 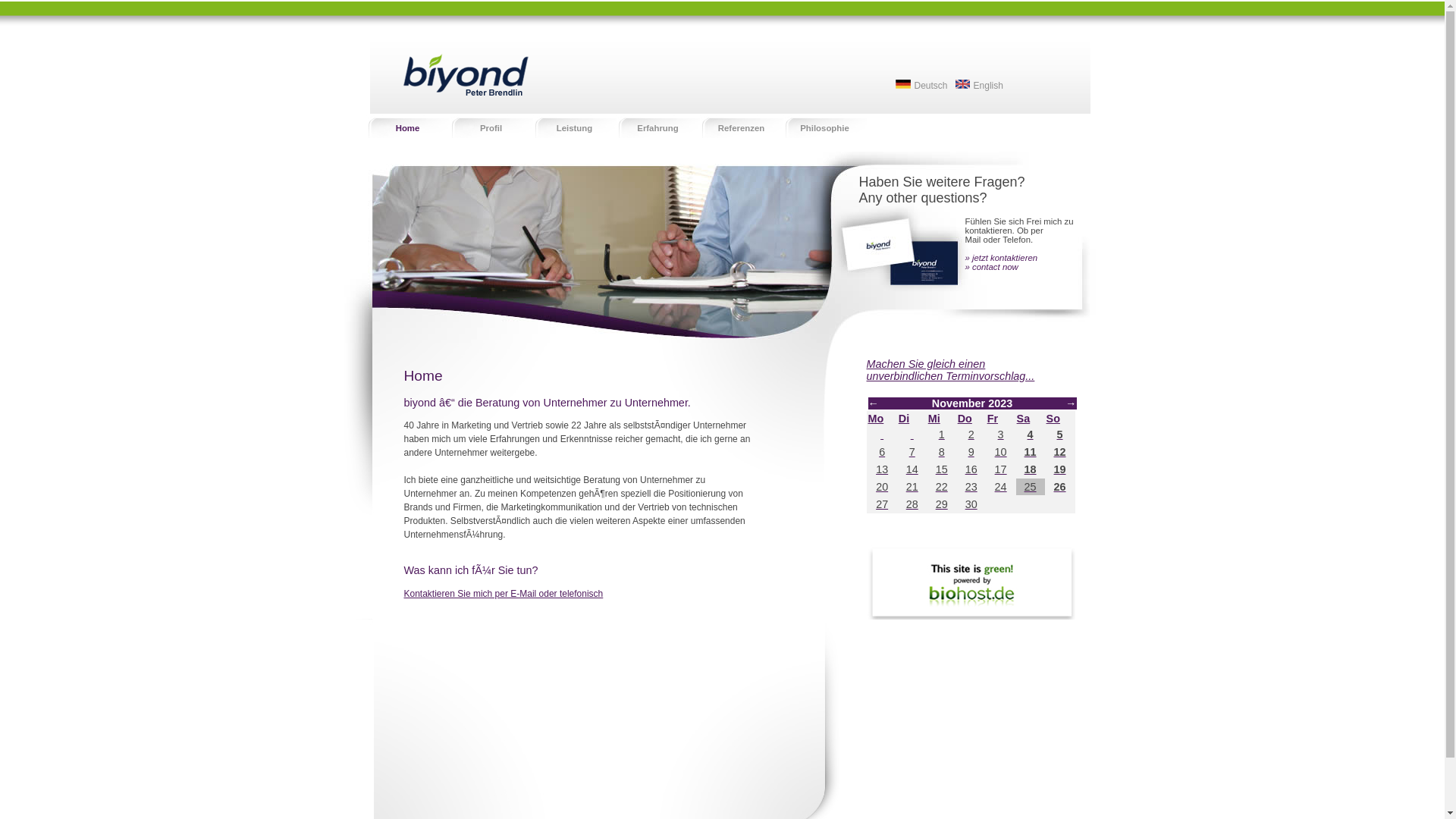 I want to click on '30', so click(x=971, y=504).